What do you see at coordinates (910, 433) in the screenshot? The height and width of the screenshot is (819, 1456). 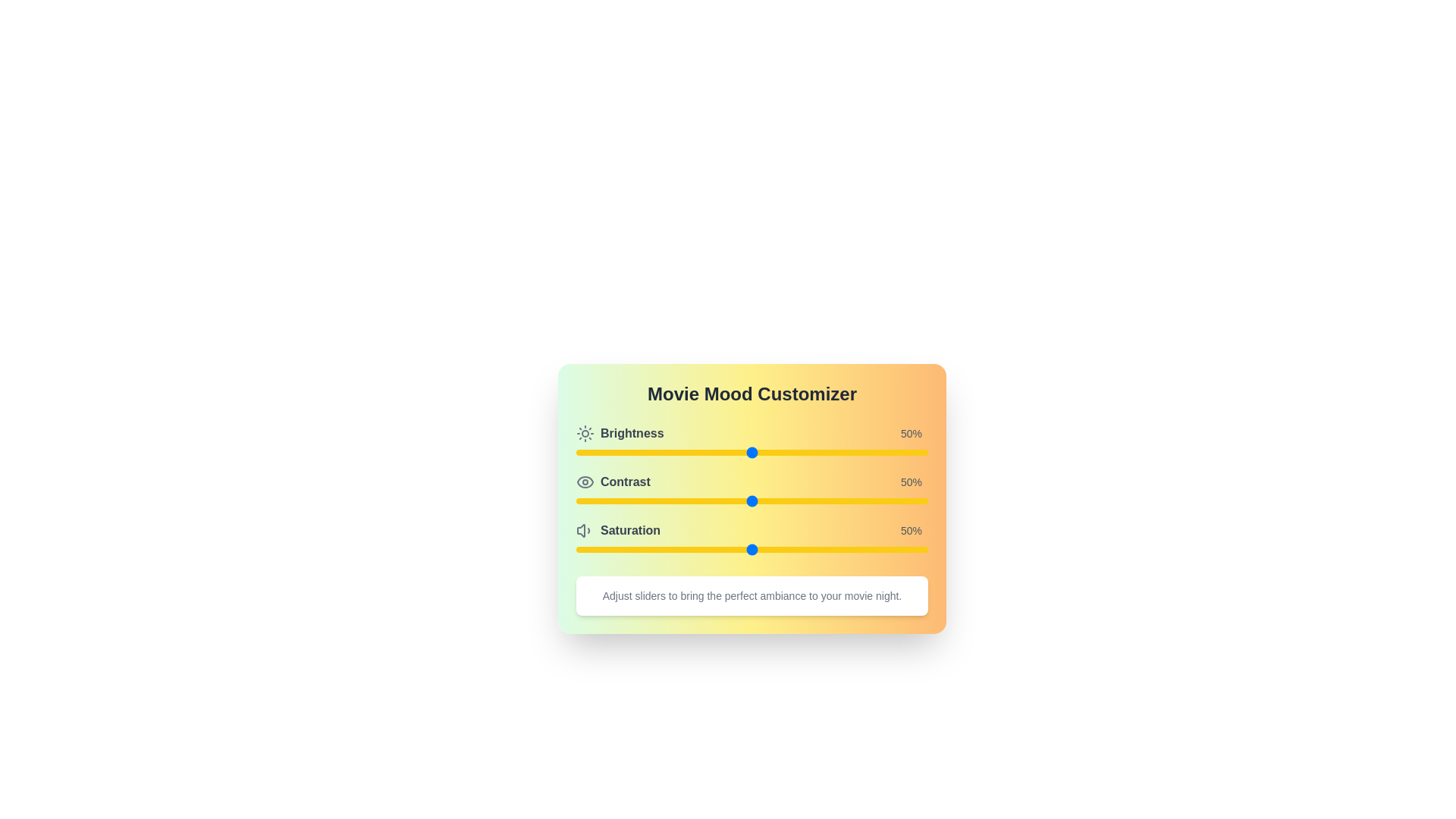 I see `value displayed in the text label showing '50%' which is styled with a smaller gray font and located to the right of the slider for brightness adjustment` at bounding box center [910, 433].